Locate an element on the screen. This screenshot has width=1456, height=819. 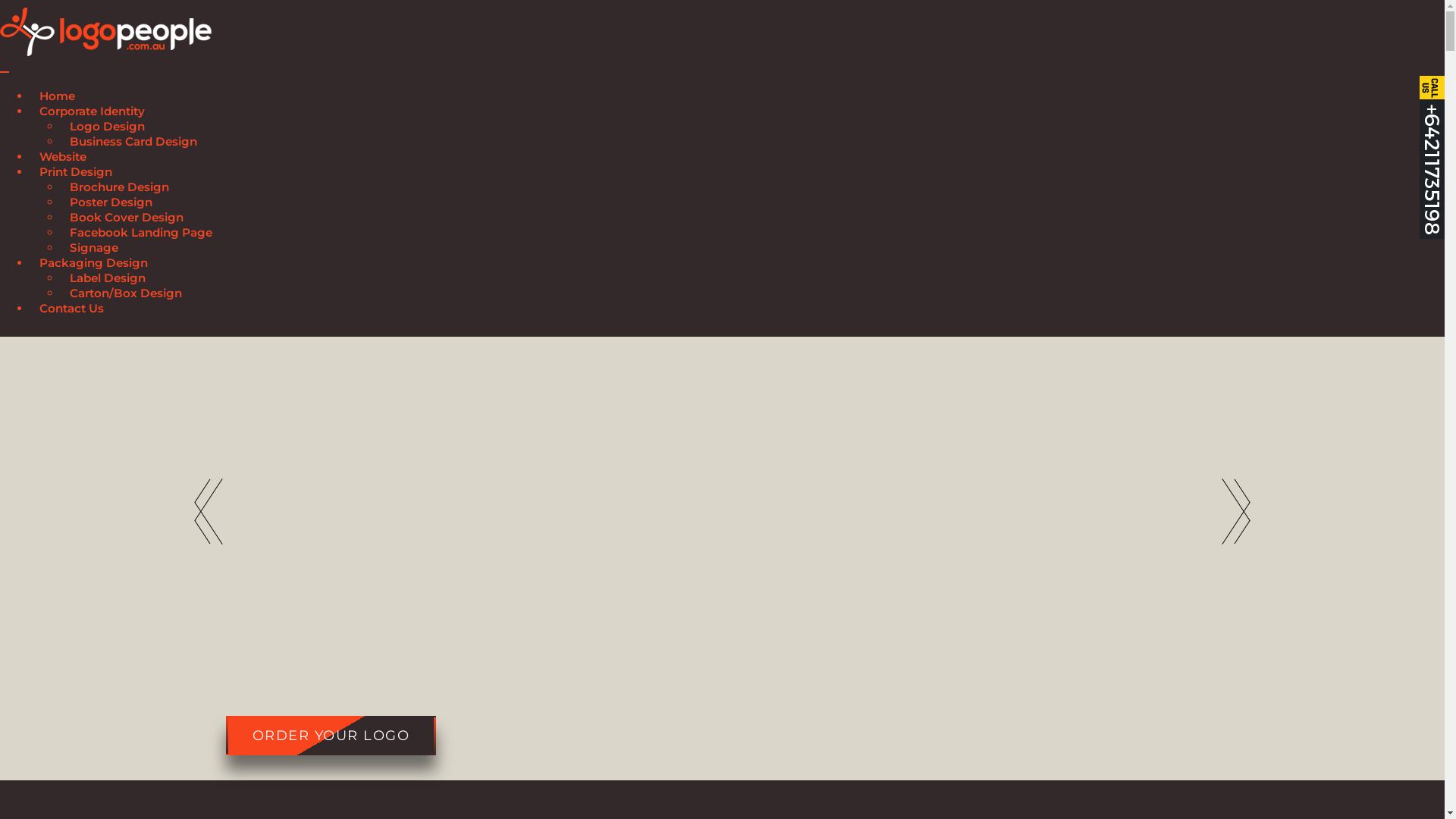
'Facebook Landing Page' is located at coordinates (141, 234).